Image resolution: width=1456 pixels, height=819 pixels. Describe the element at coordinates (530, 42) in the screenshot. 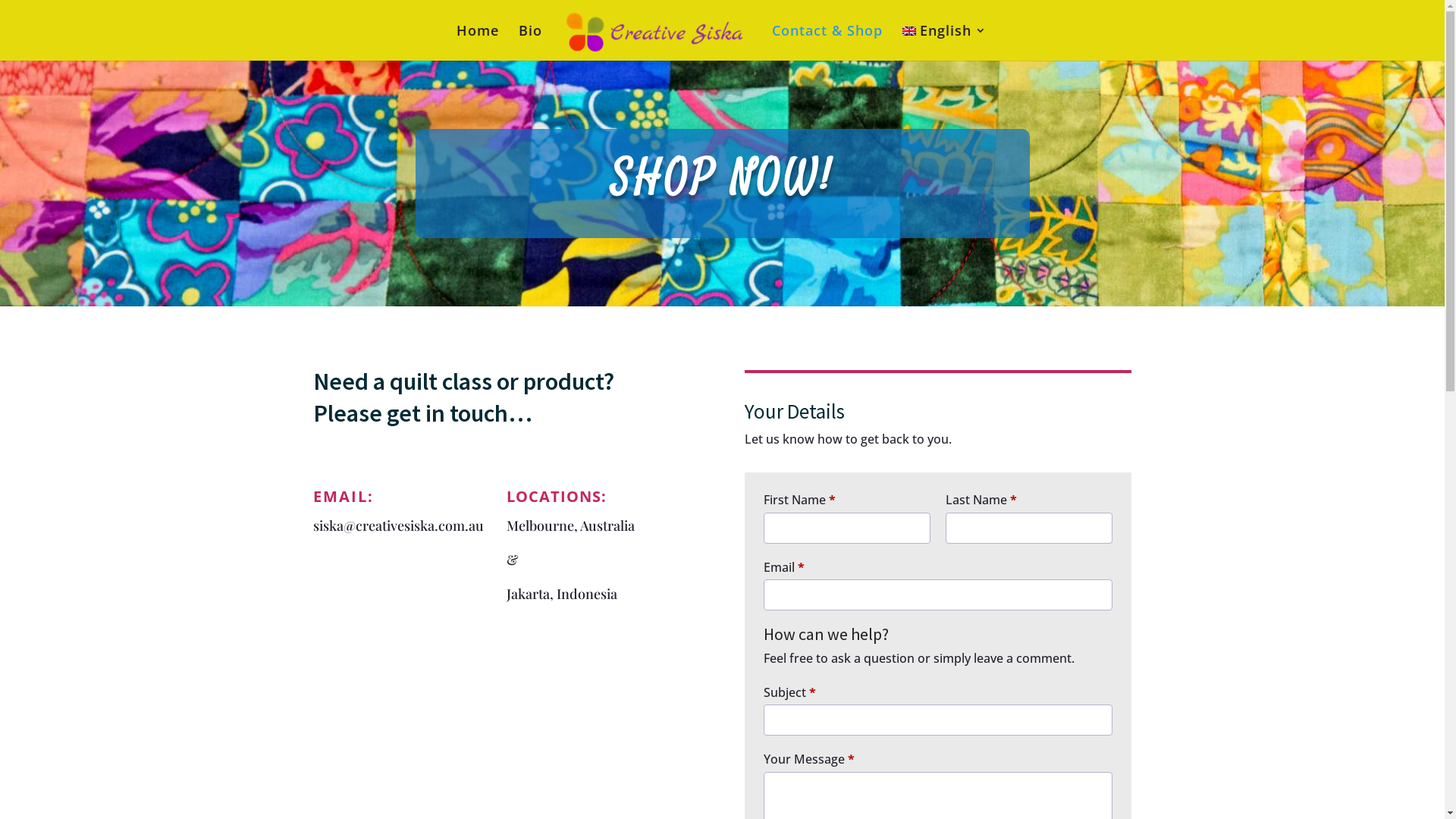

I see `'Bio'` at that location.